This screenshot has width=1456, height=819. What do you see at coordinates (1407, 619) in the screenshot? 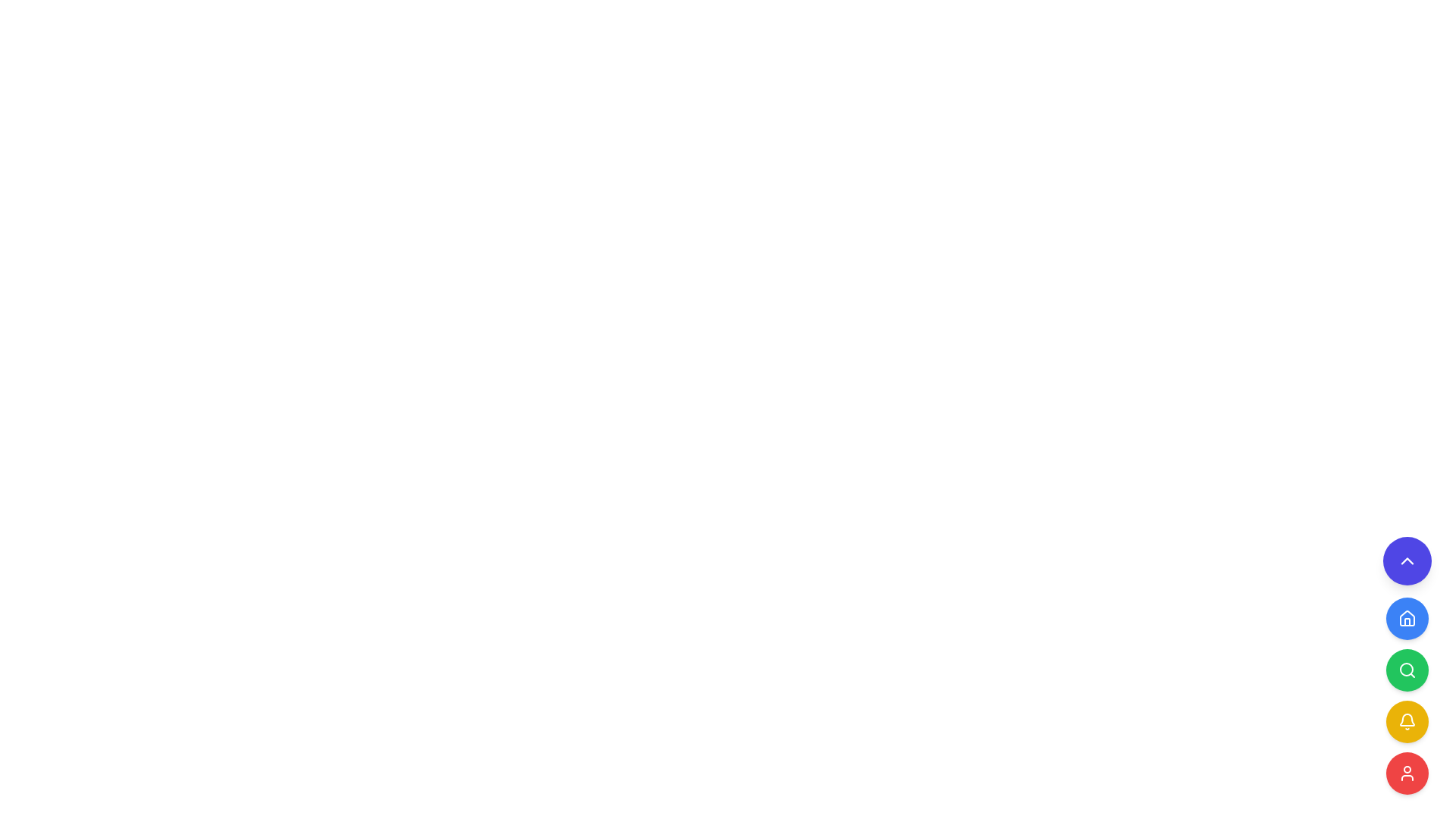
I see `the circular blue button with a house icon in the center, which is the second button in a vertical stack on the right side of the interface` at bounding box center [1407, 619].